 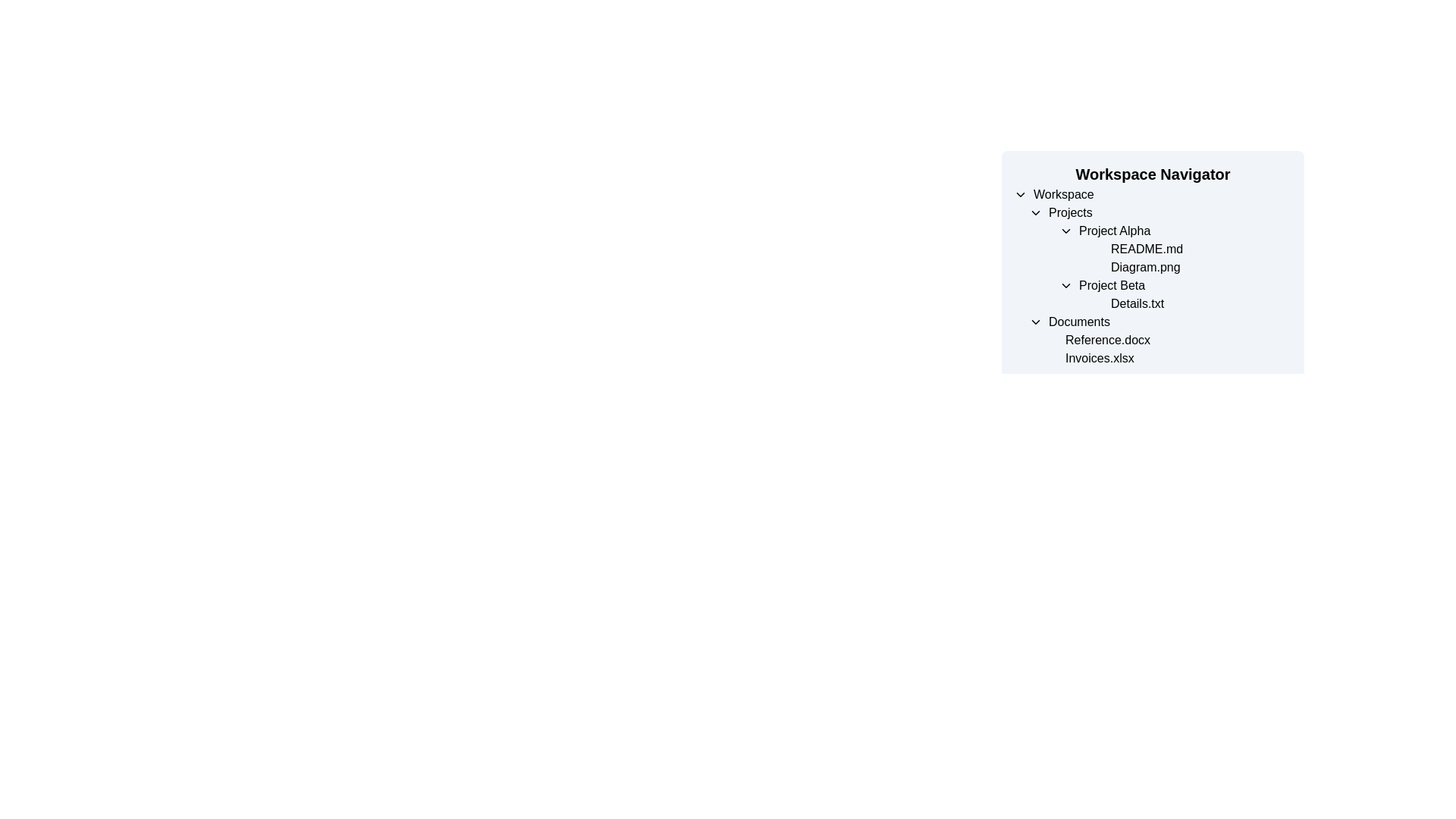 I want to click on the 'Project Beta' text label, which is styled in black and positioned under the 'Projects' section of the 'Workspace Navigator', so click(x=1112, y=286).